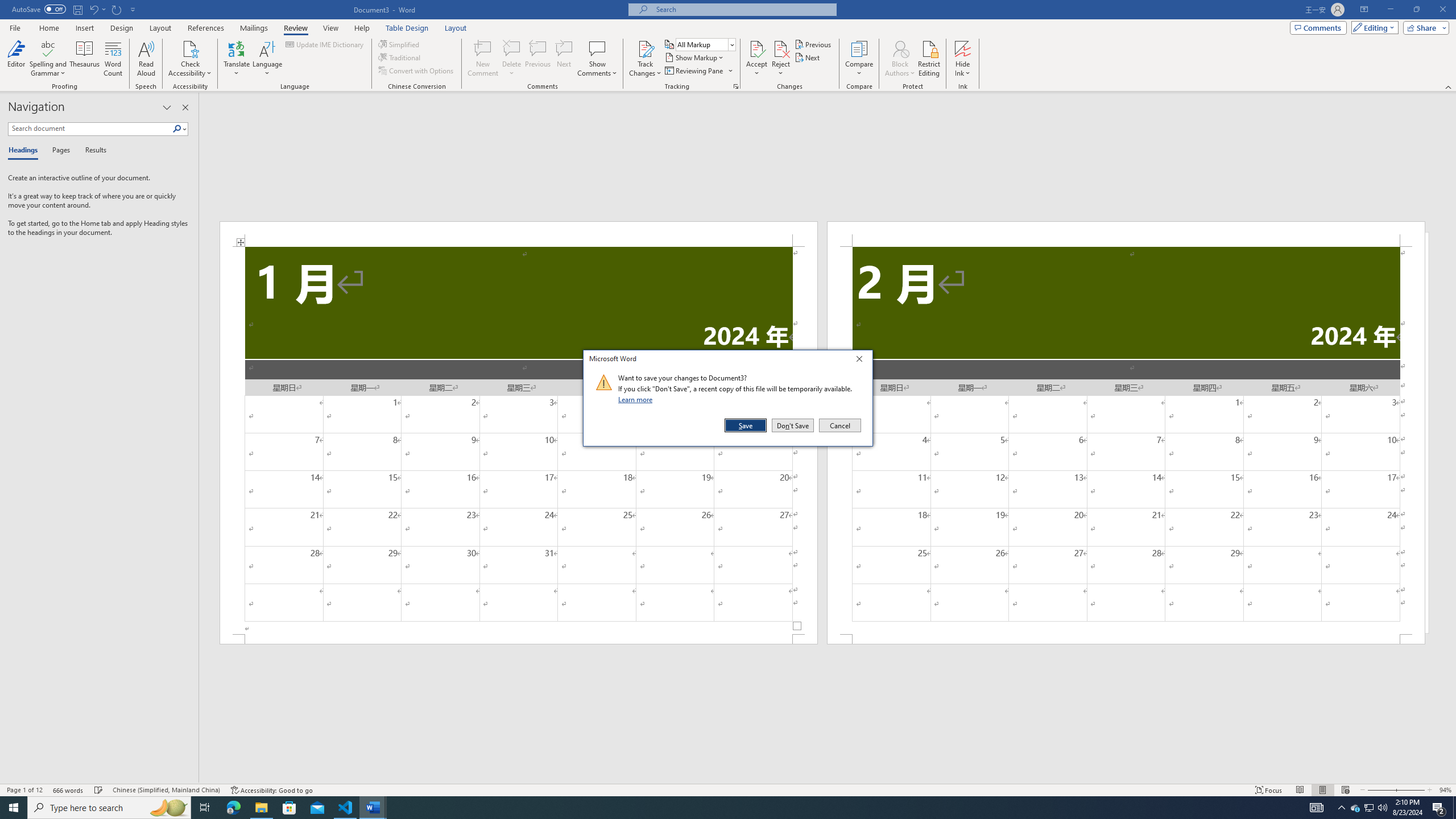  Describe the element at coordinates (271, 790) in the screenshot. I see `'Accessibility Checker Accessibility: Good to go'` at that location.